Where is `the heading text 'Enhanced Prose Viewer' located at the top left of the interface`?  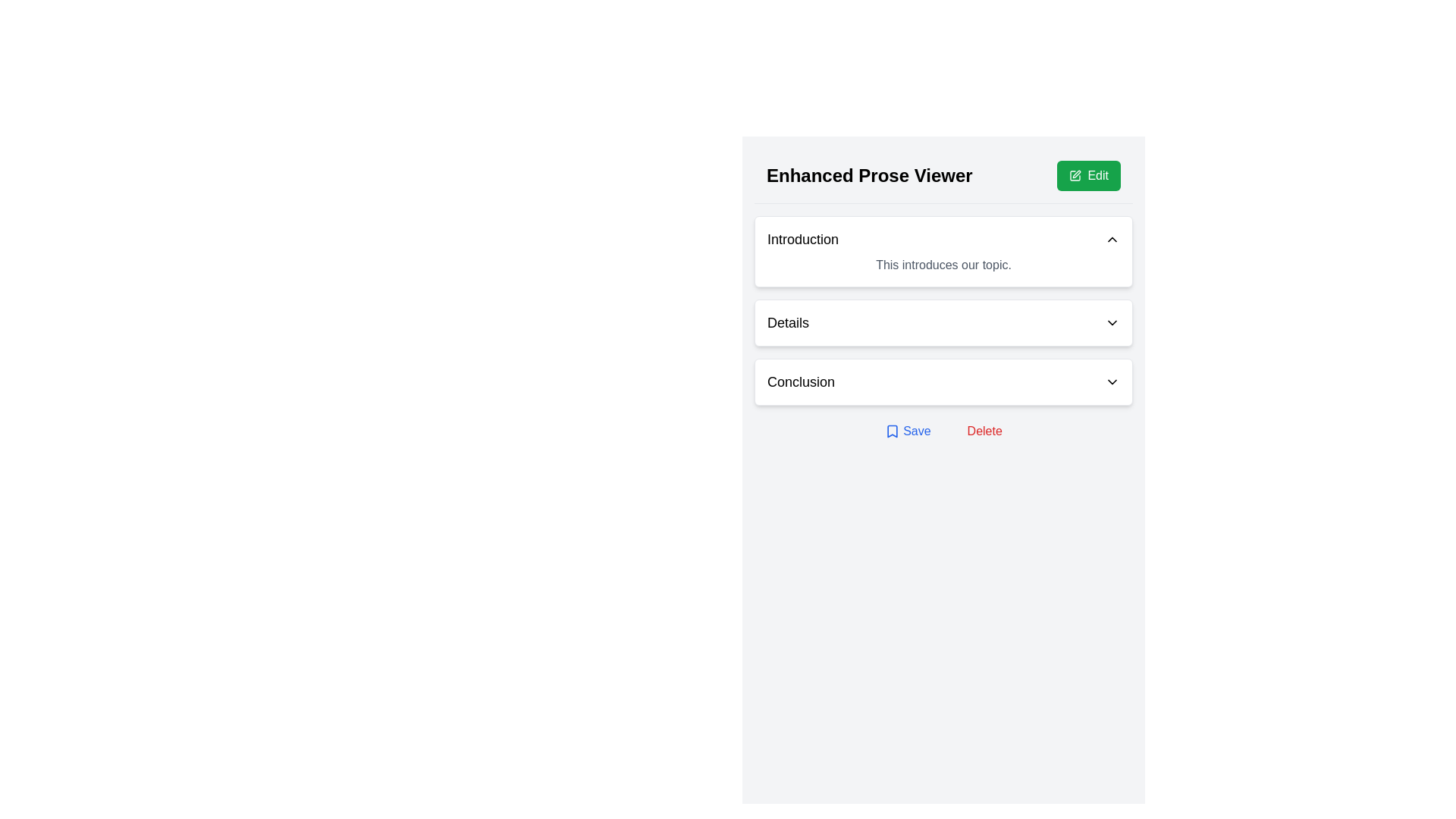
the heading text 'Enhanced Prose Viewer' located at the top left of the interface is located at coordinates (869, 174).